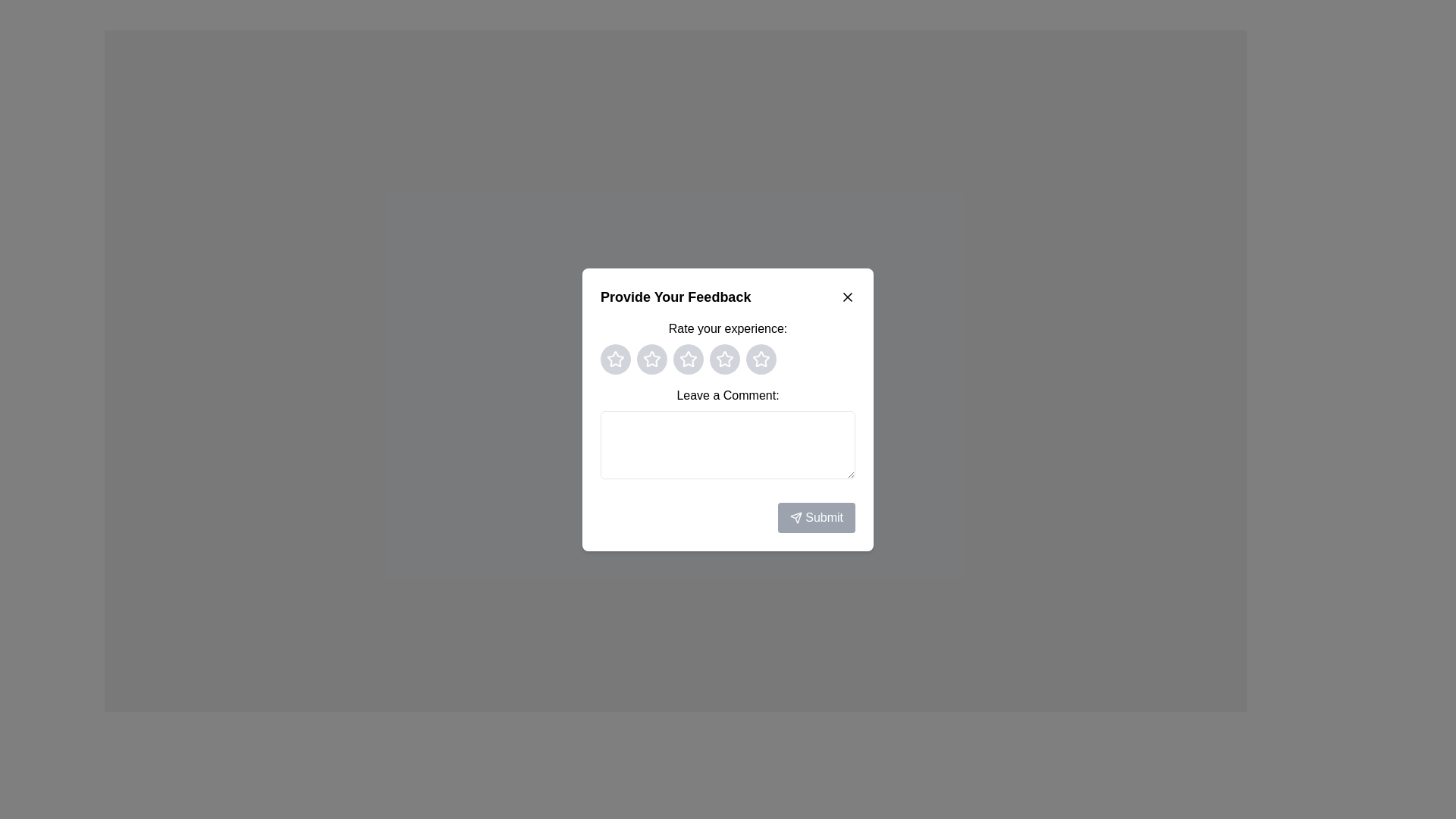 Image resolution: width=1456 pixels, height=819 pixels. What do you see at coordinates (847, 296) in the screenshot?
I see `the close button located at the far right of the feedback modal, aligned with the 'Provide Your Feedback' text, to trigger a tooltip or style change` at bounding box center [847, 296].